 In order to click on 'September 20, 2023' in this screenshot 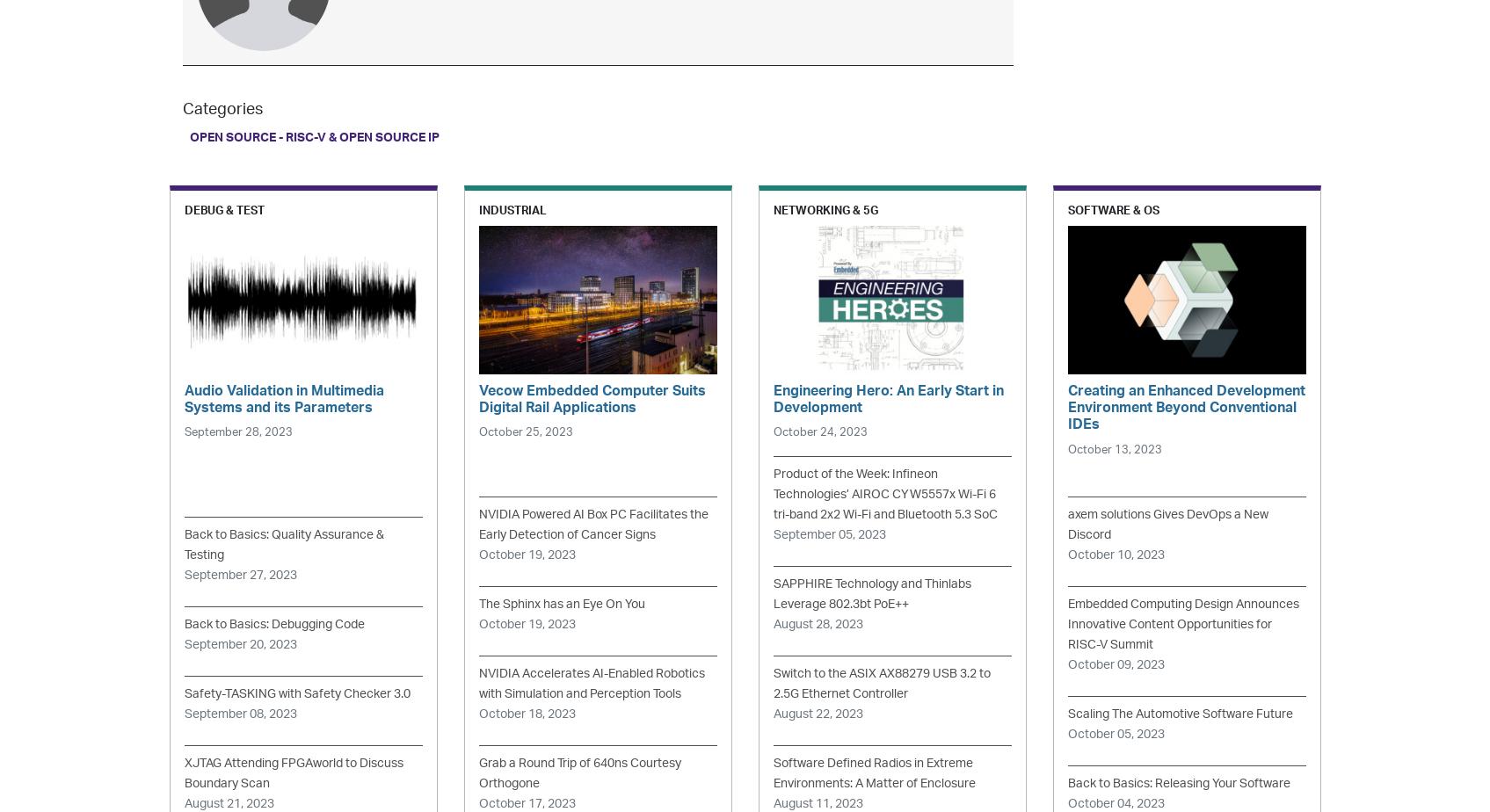, I will do `click(240, 644)`.